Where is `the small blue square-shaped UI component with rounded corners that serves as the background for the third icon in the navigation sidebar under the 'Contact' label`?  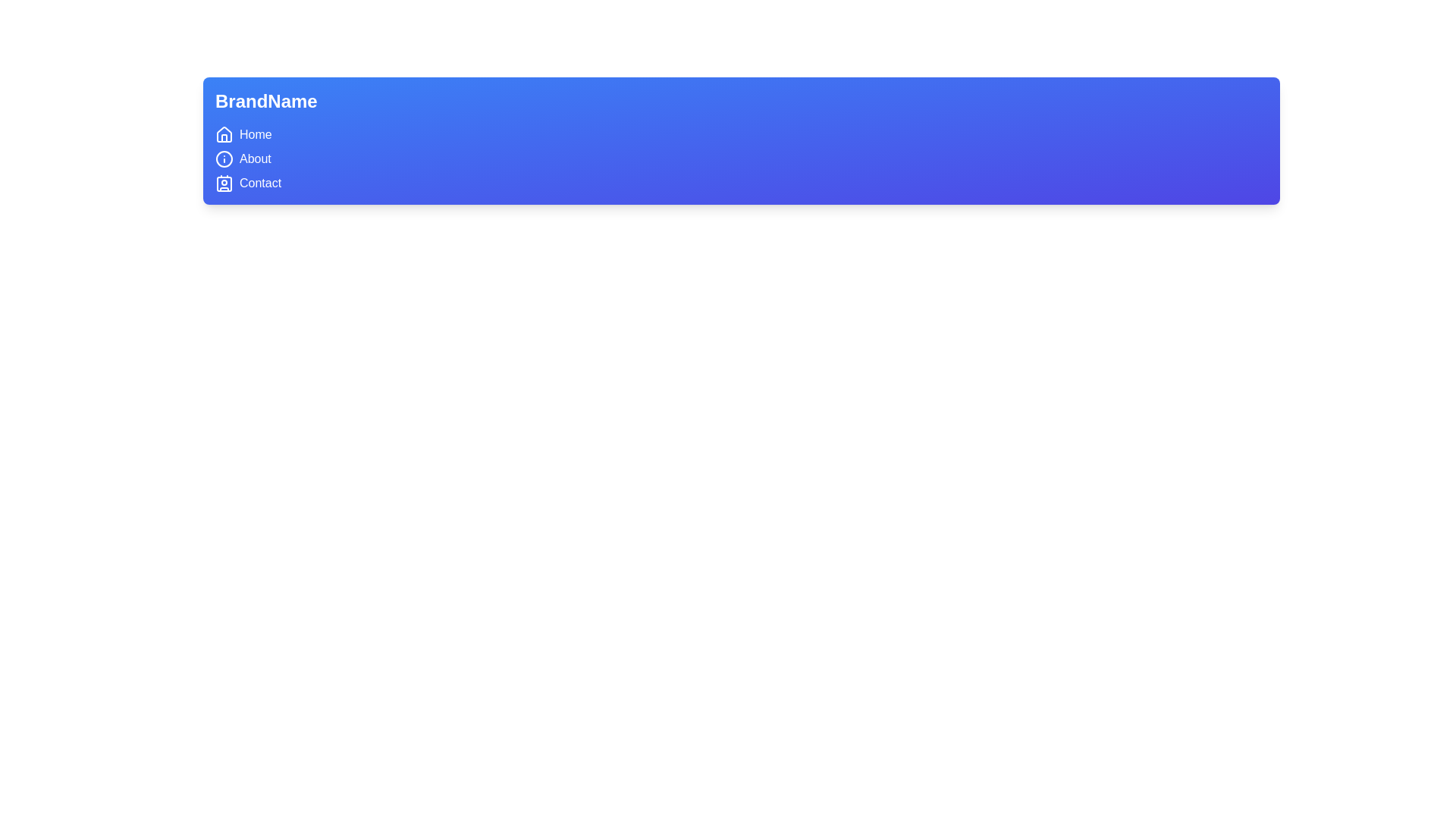
the small blue square-shaped UI component with rounded corners that serves as the background for the third icon in the navigation sidebar under the 'Contact' label is located at coordinates (224, 184).